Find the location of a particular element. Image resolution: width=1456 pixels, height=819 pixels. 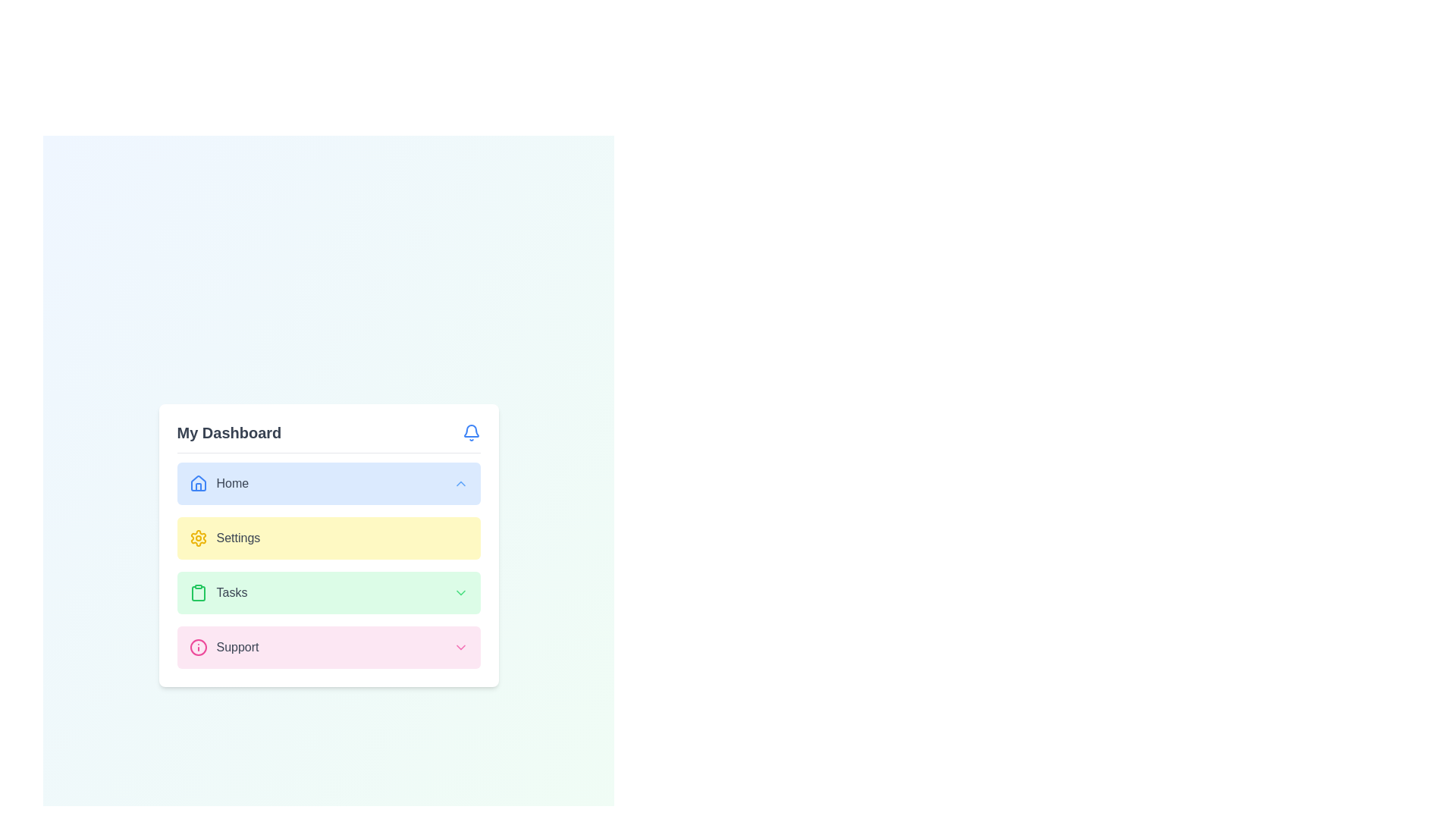

the task icon located within the 'Tasks' row is located at coordinates (197, 591).